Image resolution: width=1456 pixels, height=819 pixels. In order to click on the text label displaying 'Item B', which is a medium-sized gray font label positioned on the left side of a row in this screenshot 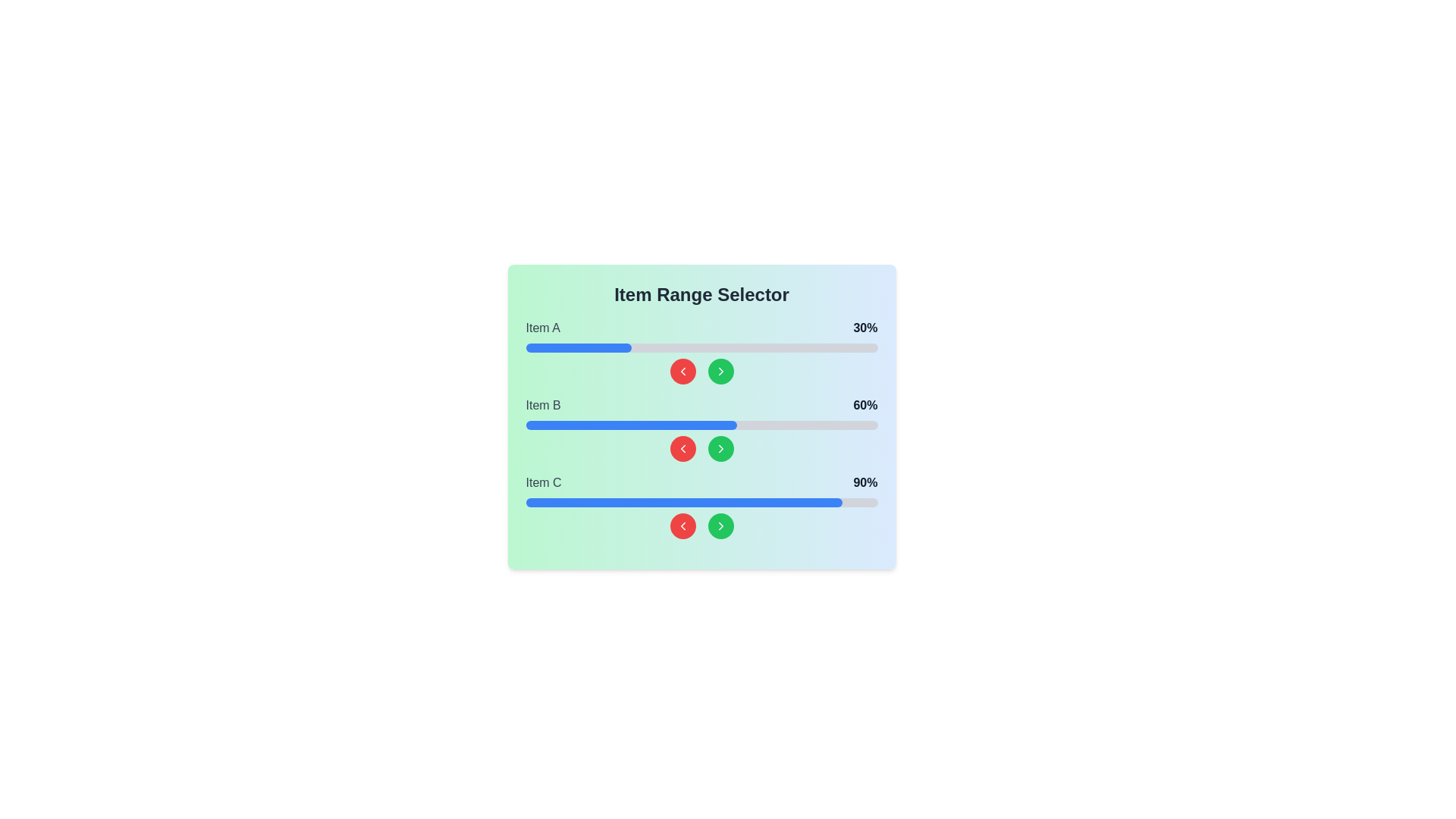, I will do `click(543, 405)`.